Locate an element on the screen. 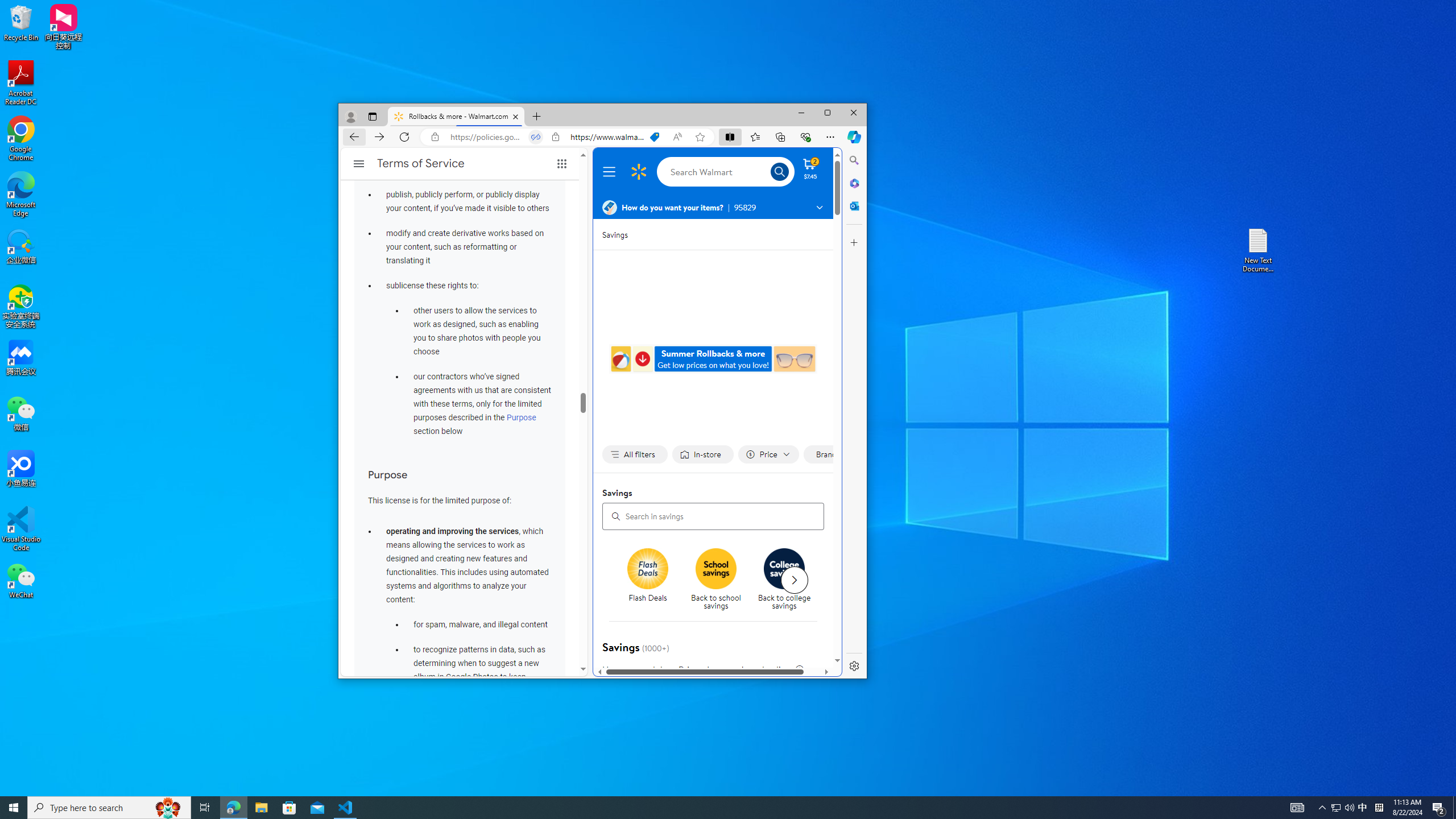 The height and width of the screenshot is (819, 1456). 'Task View' is located at coordinates (204, 806).